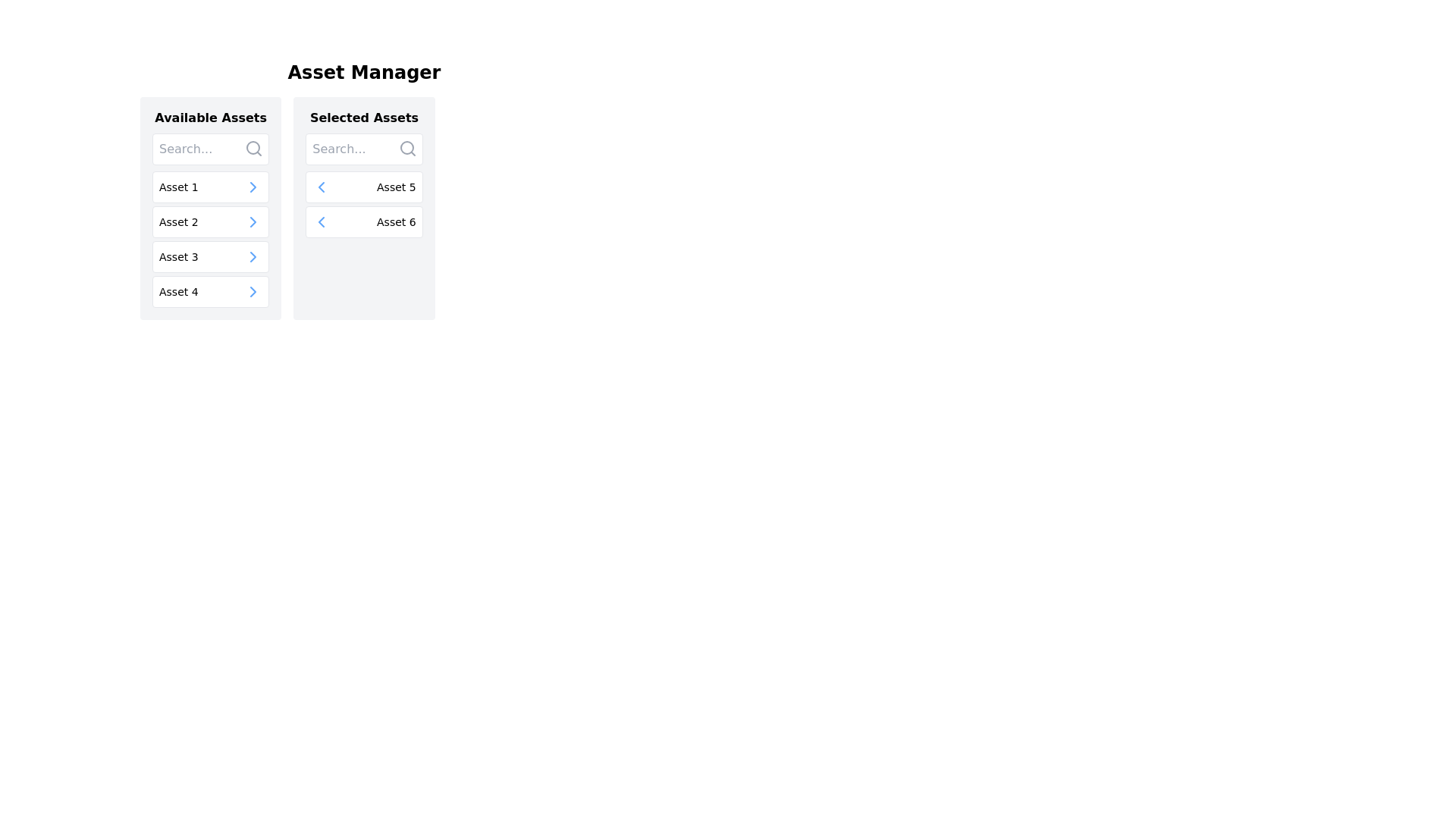  I want to click on the static text label that serves as the title or heading for the panel, located above the search bar and the list of items labeled 'Asset 1' to 'Asset 4', so click(210, 117).